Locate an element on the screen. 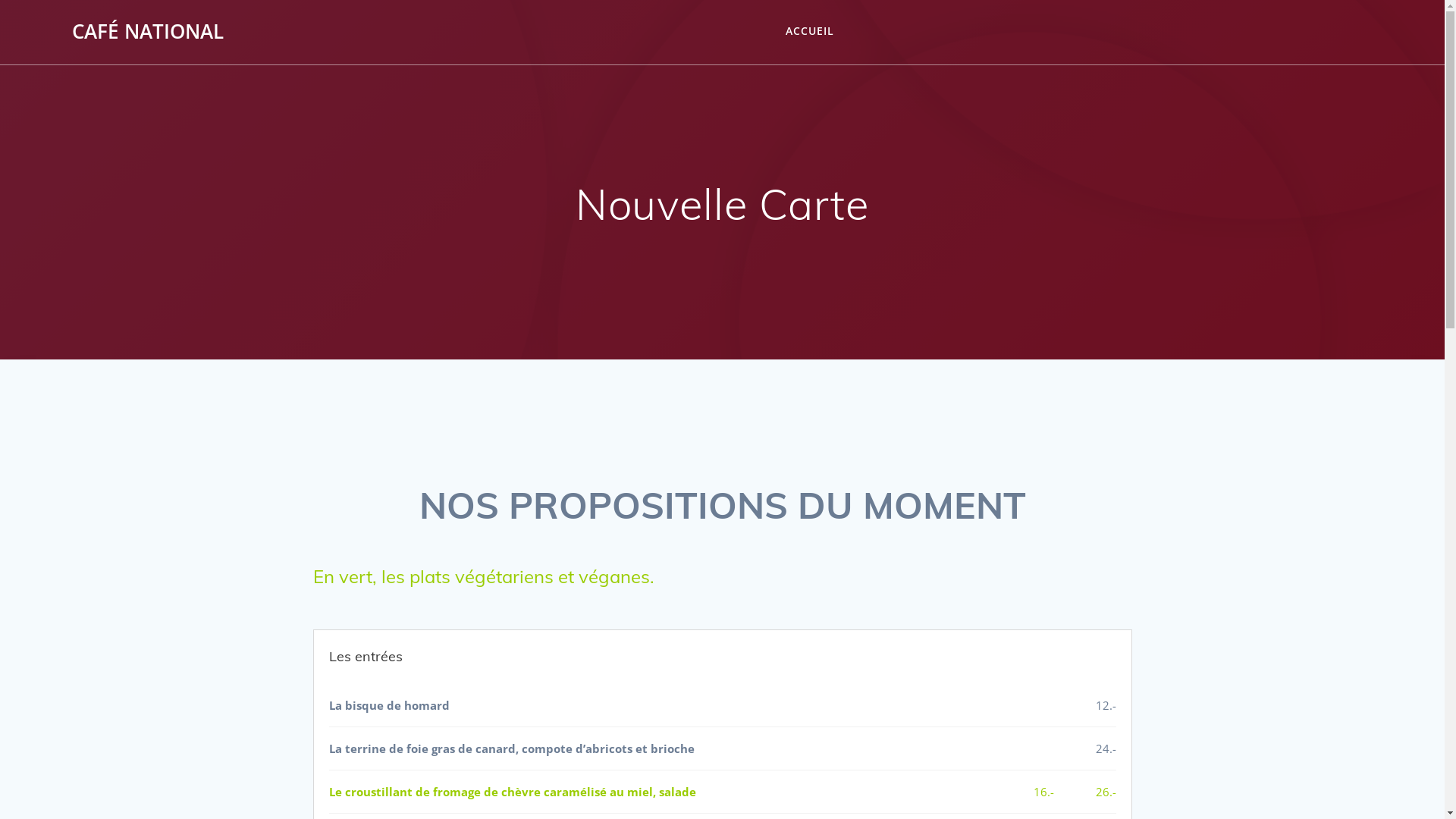 The height and width of the screenshot is (819, 1456). 'ACCUEIL' is located at coordinates (808, 32).